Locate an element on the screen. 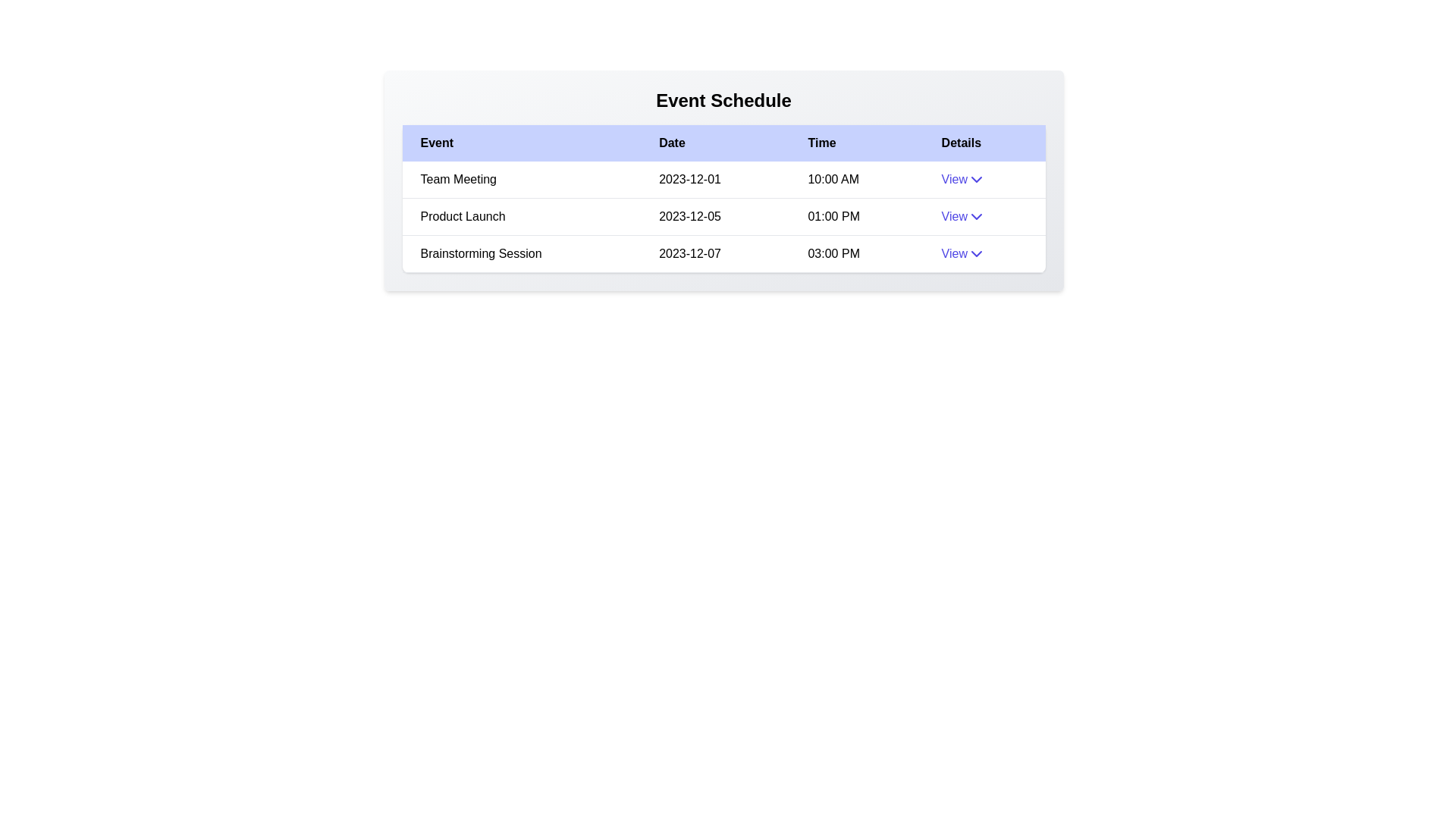 Image resolution: width=1456 pixels, height=819 pixels. the 'View' button to expand or collapse the details for the event Team Meeting is located at coordinates (962, 178).